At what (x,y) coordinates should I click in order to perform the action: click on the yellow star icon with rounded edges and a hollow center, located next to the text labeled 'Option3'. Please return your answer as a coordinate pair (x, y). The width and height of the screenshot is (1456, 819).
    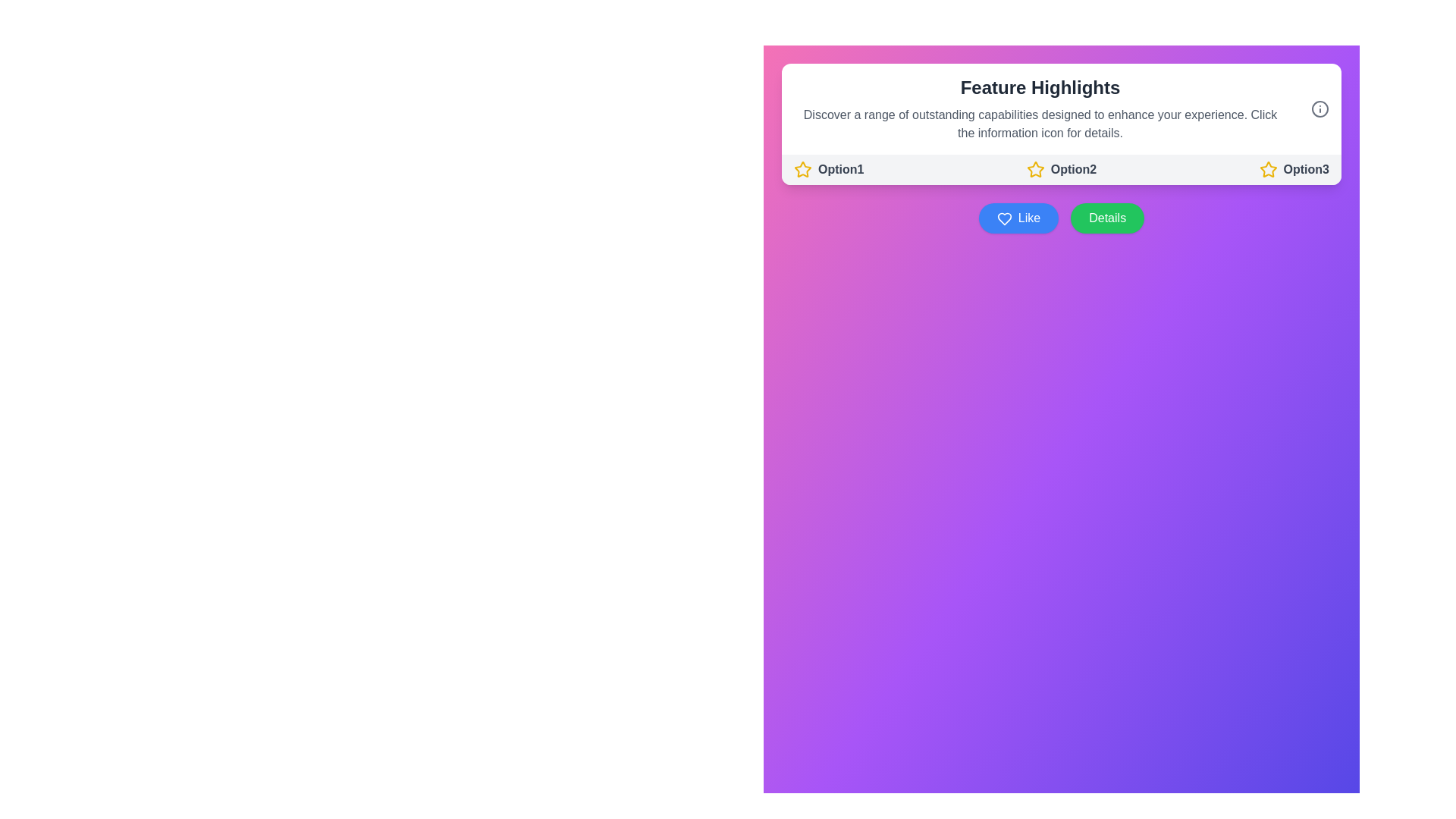
    Looking at the image, I should click on (1268, 169).